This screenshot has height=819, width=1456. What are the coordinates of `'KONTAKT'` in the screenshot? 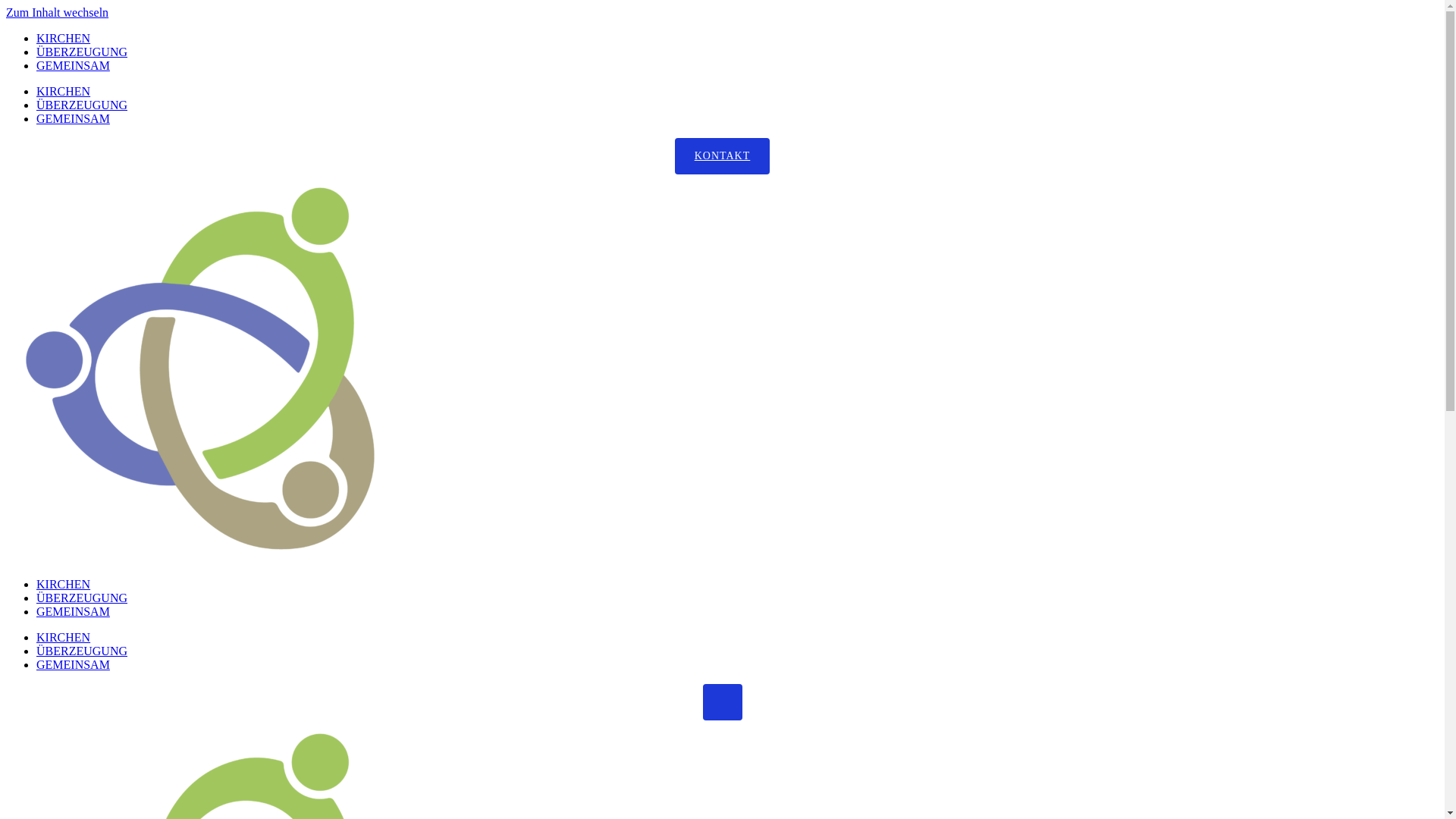 It's located at (722, 155).